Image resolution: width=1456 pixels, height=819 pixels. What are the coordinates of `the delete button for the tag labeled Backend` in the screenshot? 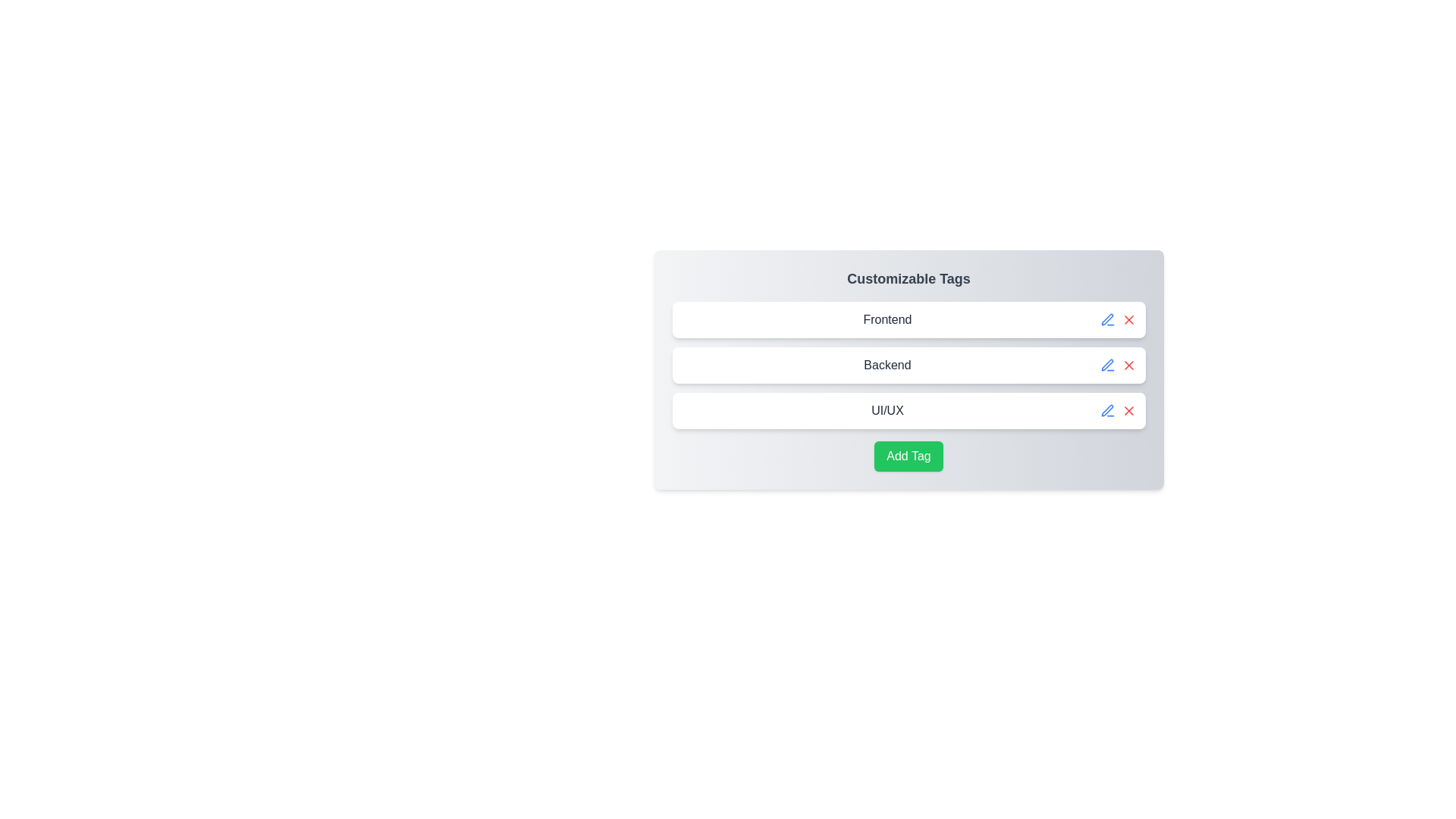 It's located at (1128, 366).